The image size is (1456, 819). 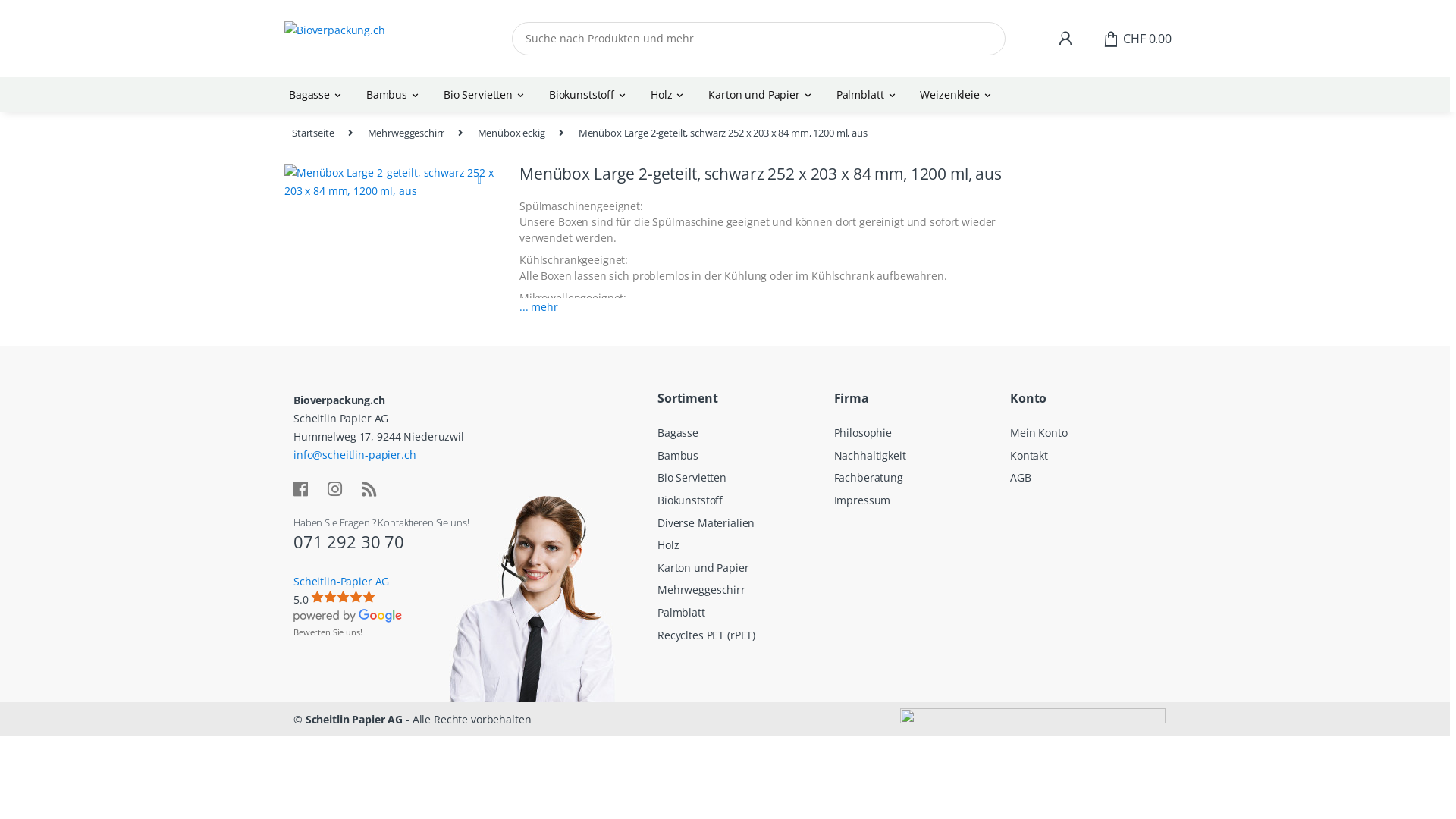 What do you see at coordinates (657, 500) in the screenshot?
I see `'Biokunststoff'` at bounding box center [657, 500].